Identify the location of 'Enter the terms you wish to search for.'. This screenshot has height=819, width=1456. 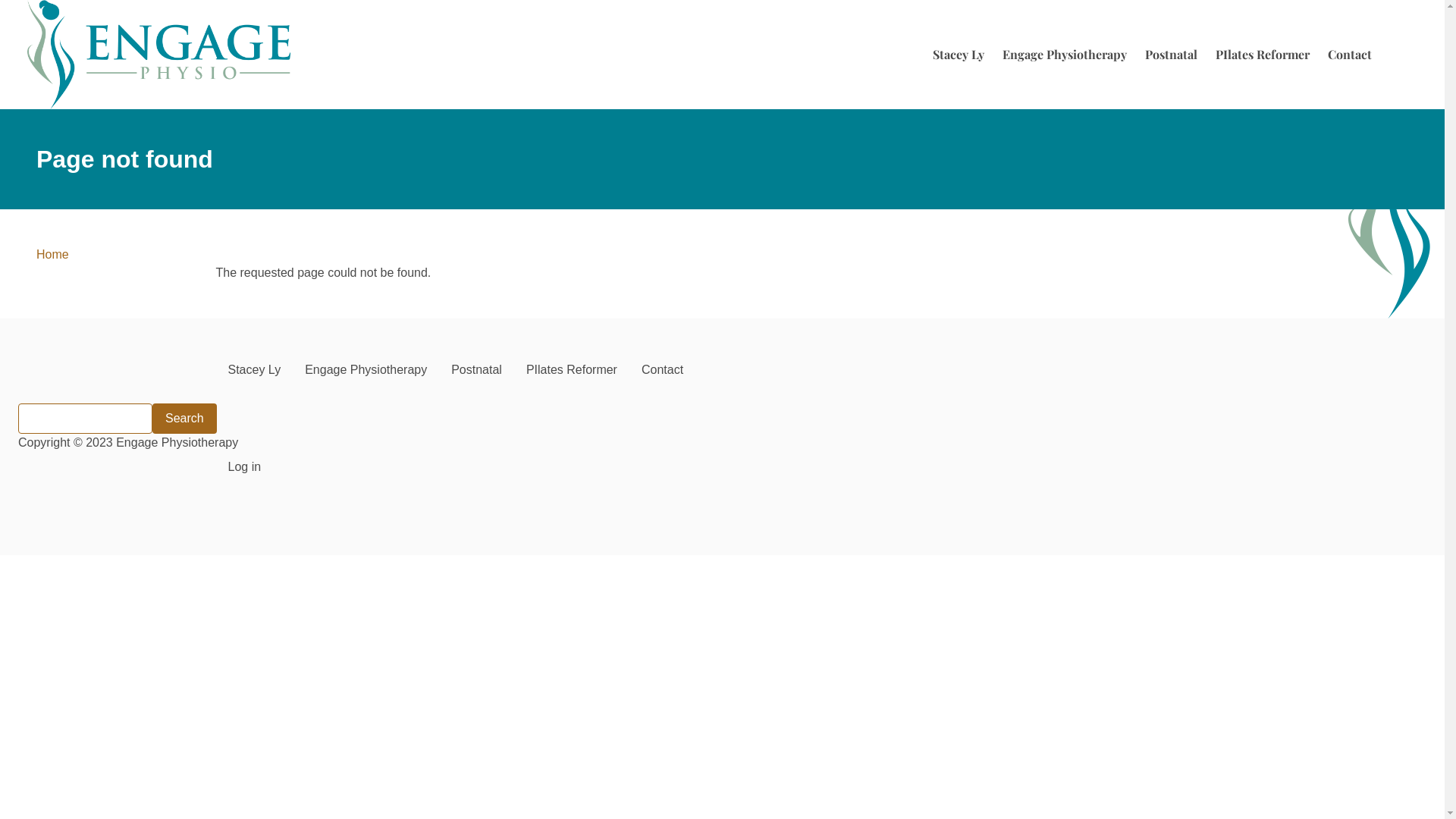
(84, 418).